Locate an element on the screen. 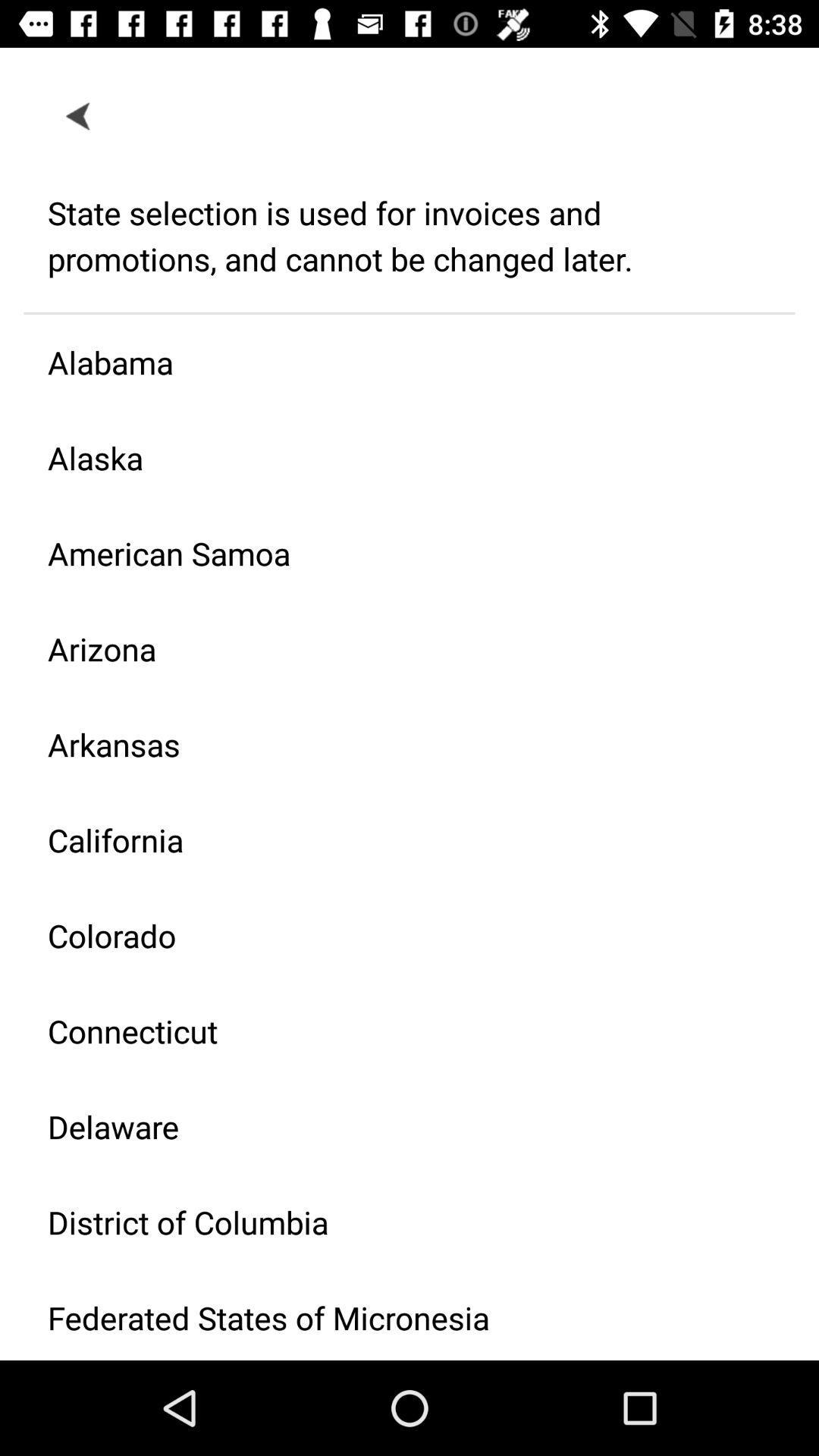  the california item is located at coordinates (397, 839).